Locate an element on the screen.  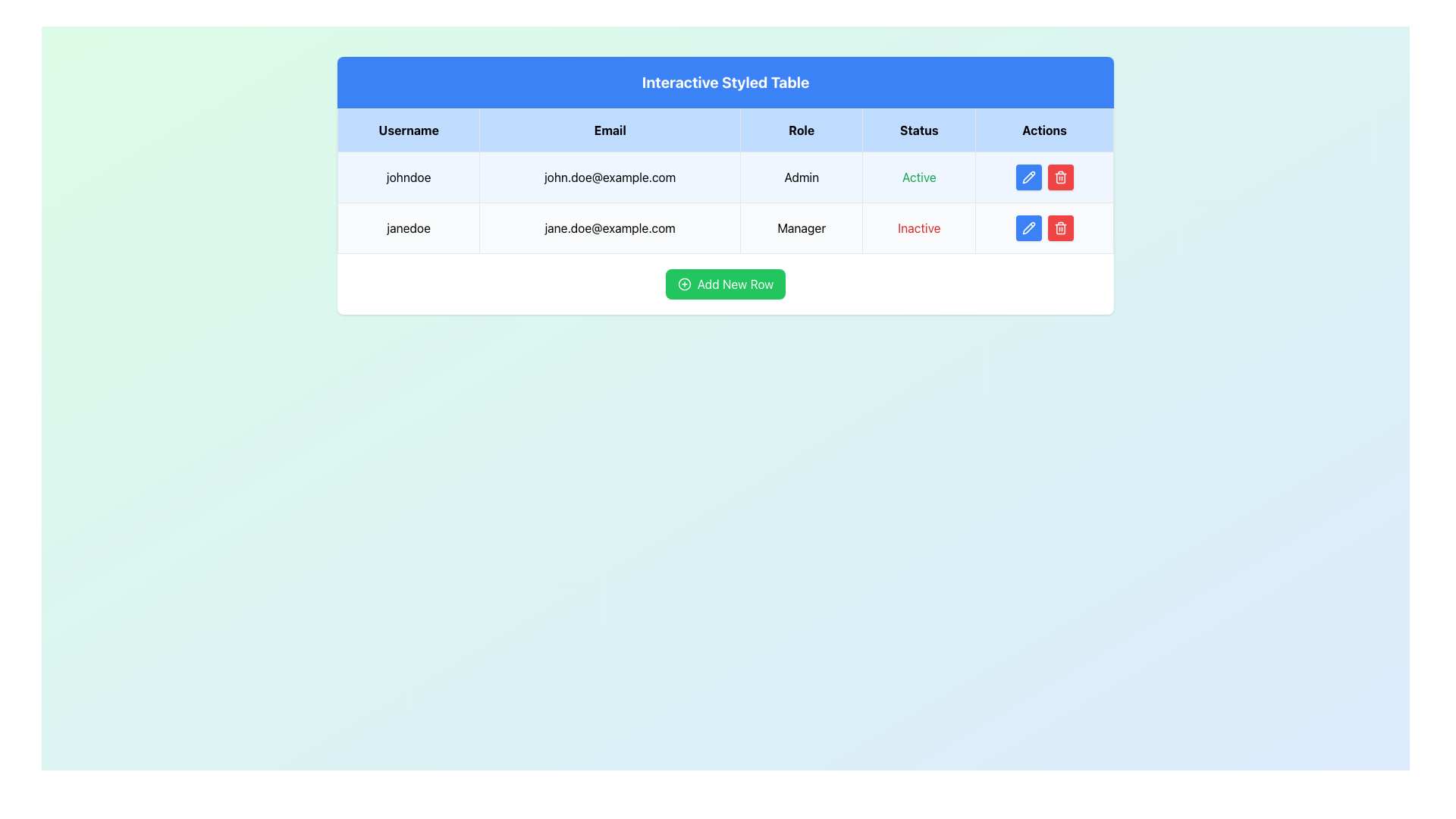
the 'edit' button in the Action button group located in the 'Actions' column of the first row of the table, which has a blue background and a pencil icon is located at coordinates (1043, 177).